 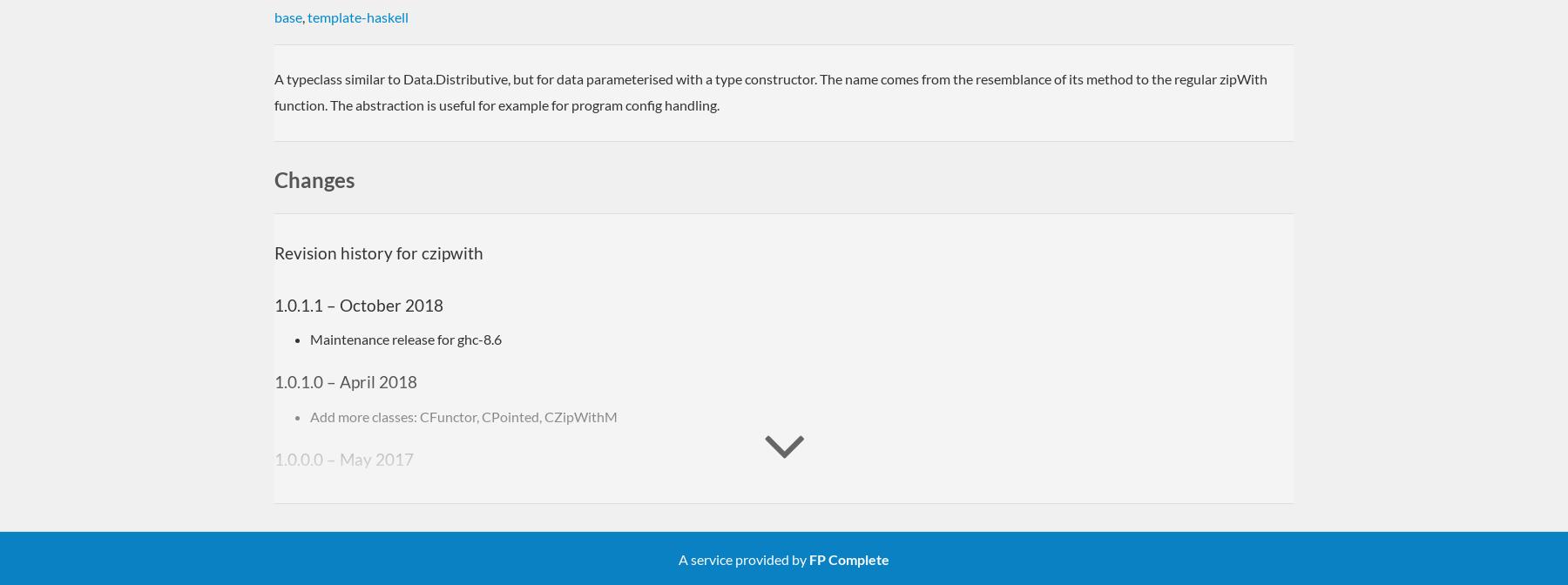 I want to click on 'A service provided by', so click(x=743, y=558).